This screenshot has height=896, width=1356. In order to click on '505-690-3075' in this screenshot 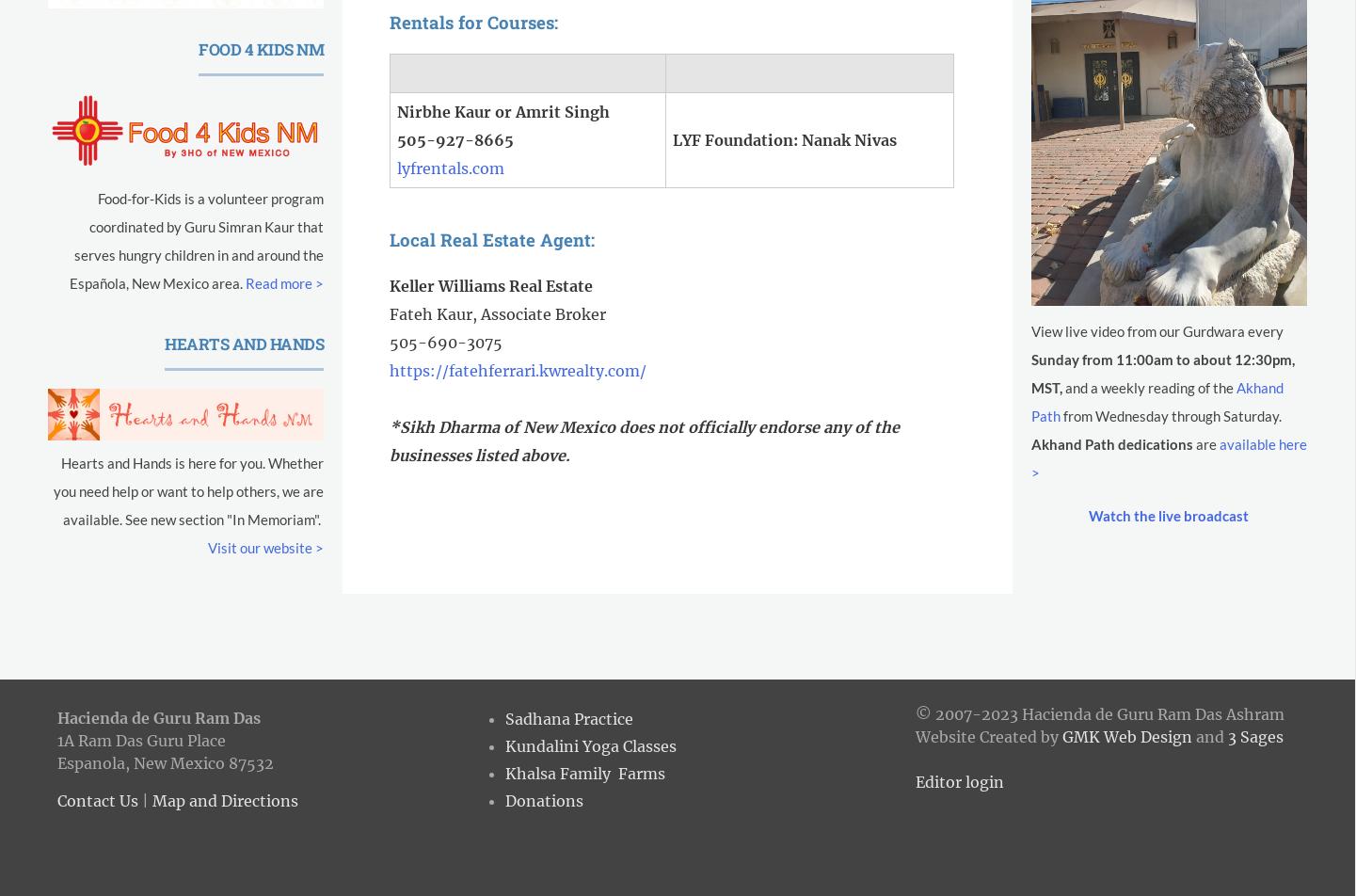, I will do `click(444, 343)`.